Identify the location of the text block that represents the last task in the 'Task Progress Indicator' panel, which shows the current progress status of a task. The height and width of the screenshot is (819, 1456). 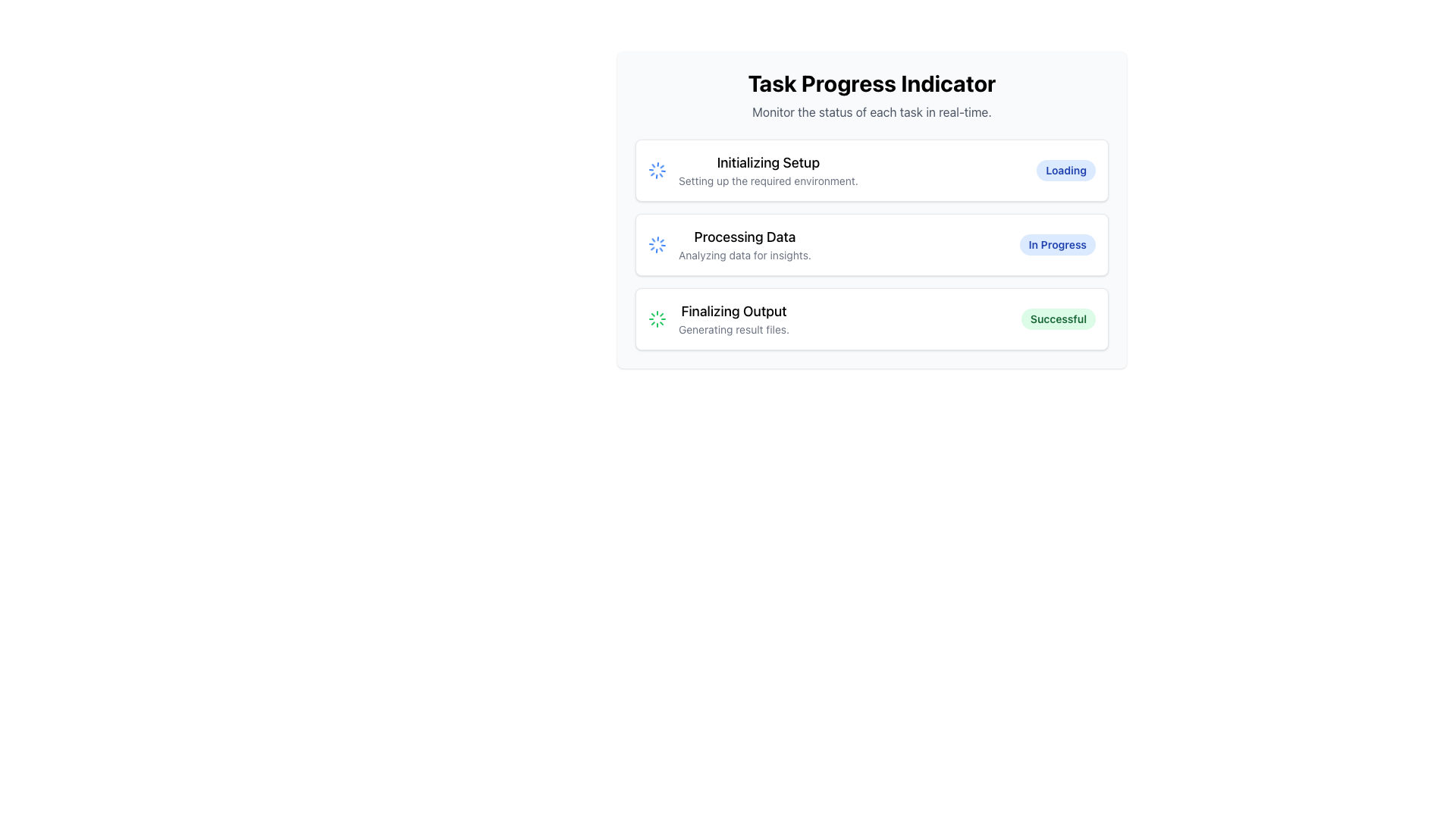
(734, 318).